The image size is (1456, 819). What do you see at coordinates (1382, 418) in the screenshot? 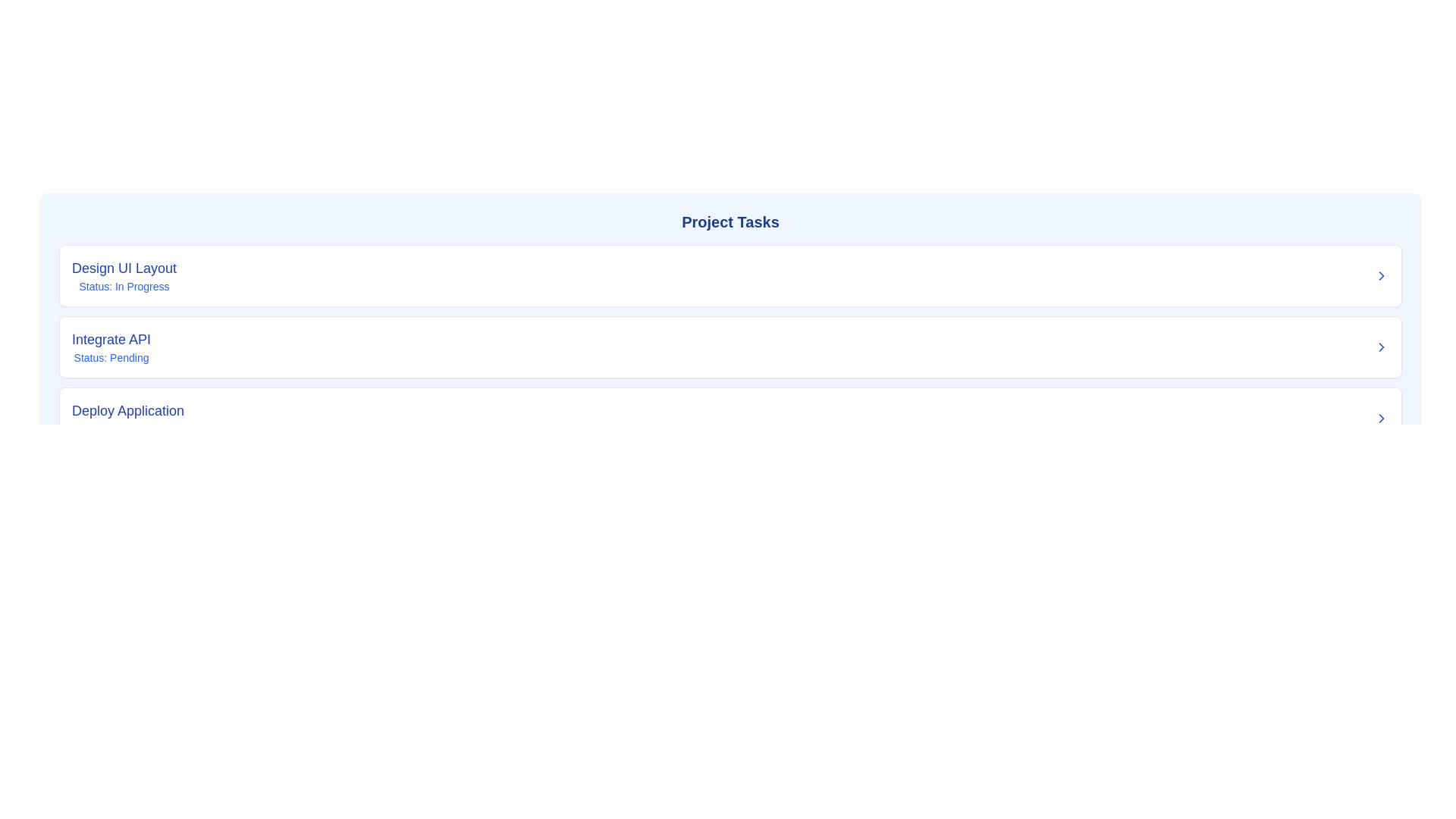
I see `the chevron icon located at the extreme right end of the card with the text 'Deploy Application' and 'Status: Completed' to indicate focus` at bounding box center [1382, 418].